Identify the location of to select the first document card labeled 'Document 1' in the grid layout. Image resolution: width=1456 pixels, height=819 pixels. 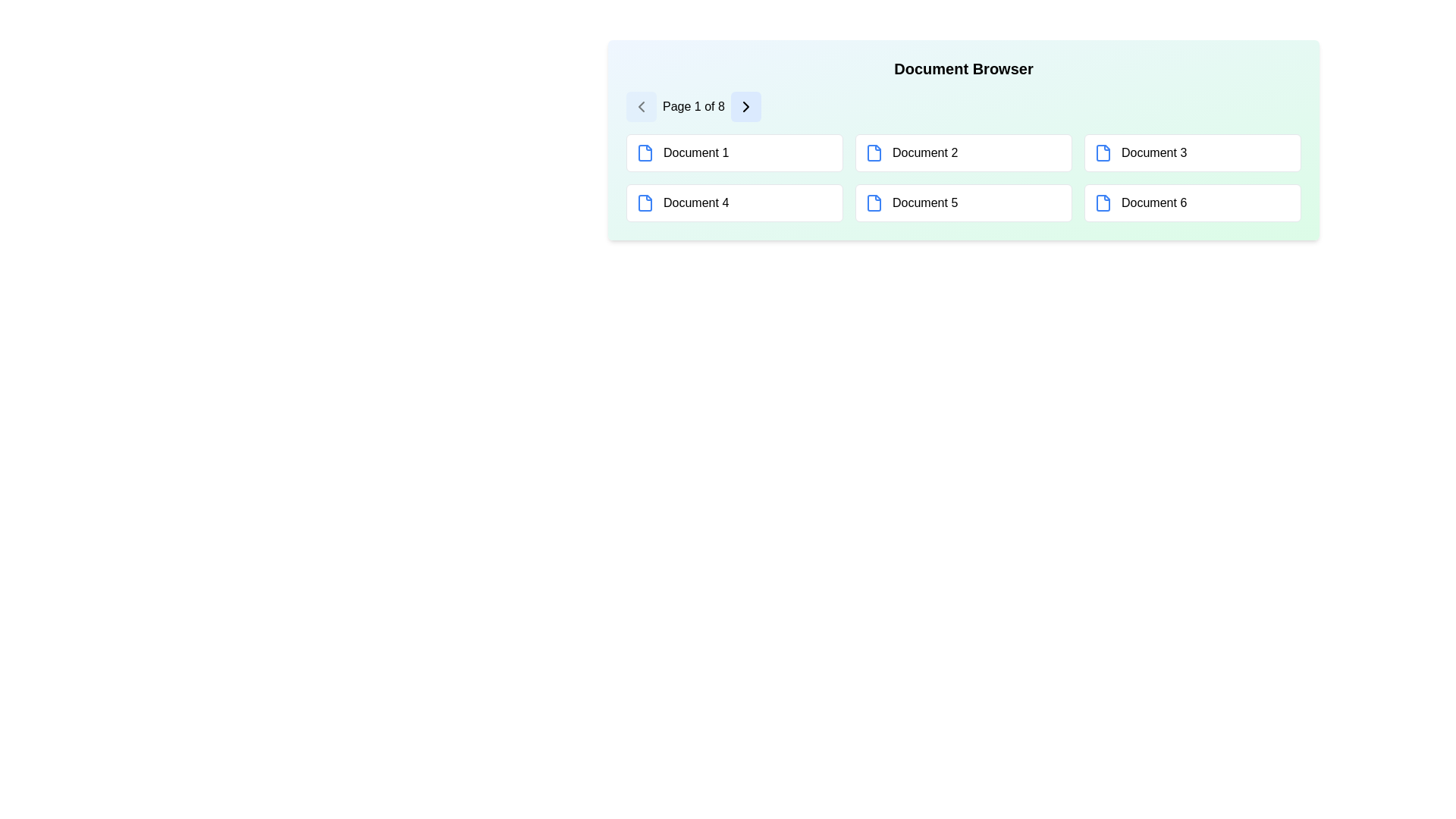
(735, 152).